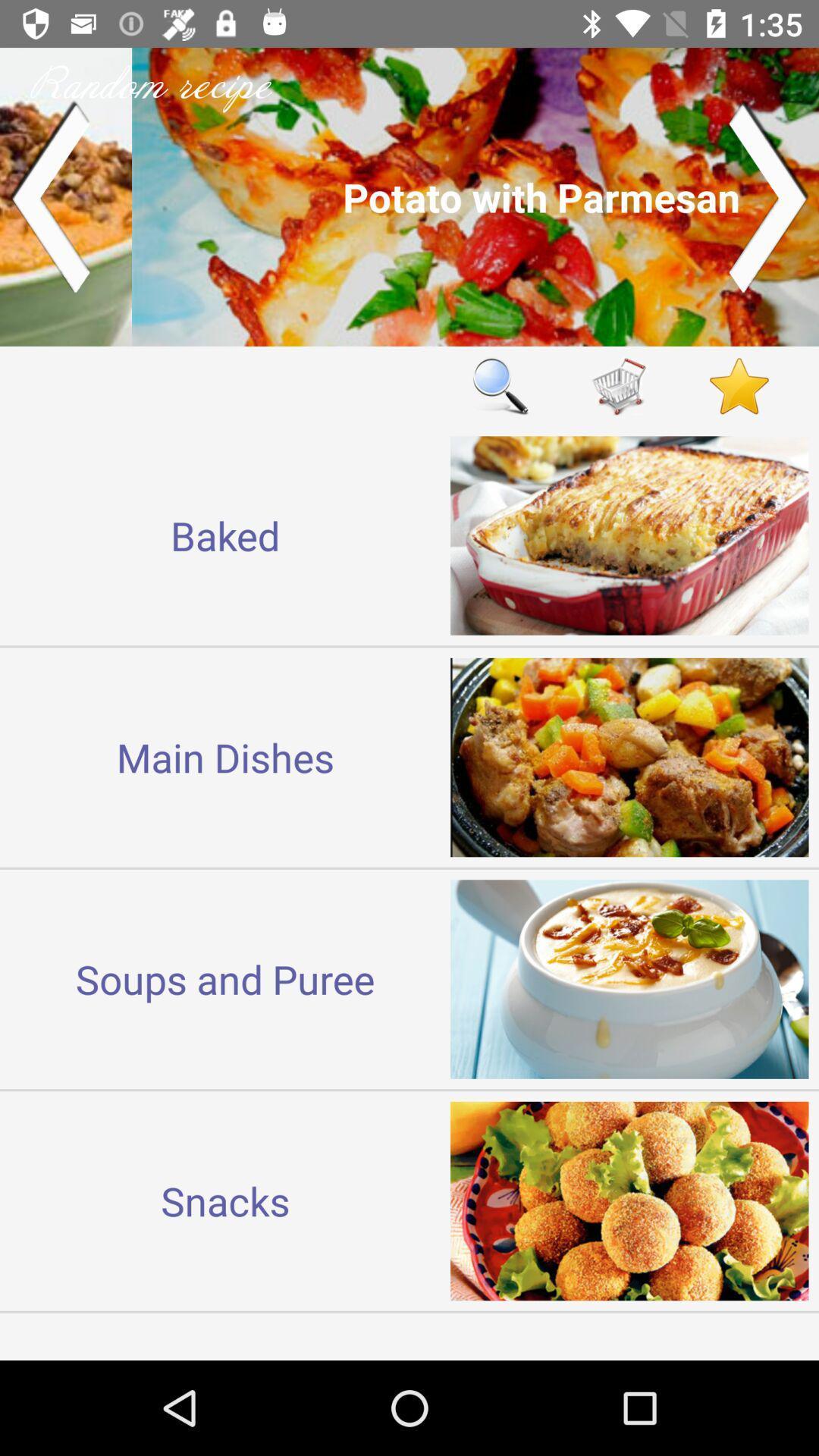  What do you see at coordinates (739, 386) in the screenshot?
I see `the star icon` at bounding box center [739, 386].